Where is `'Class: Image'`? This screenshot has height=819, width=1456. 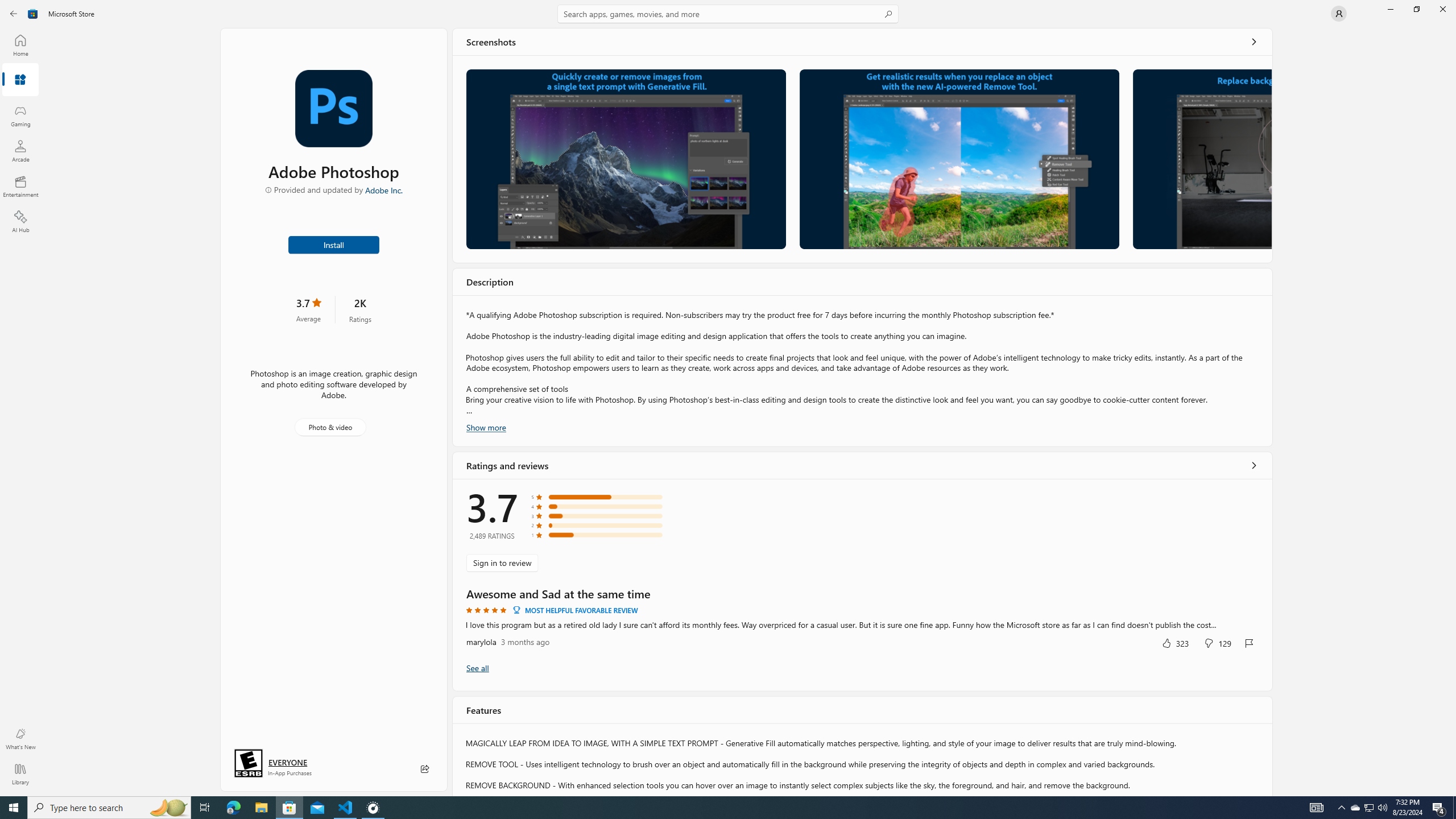 'Class: Image' is located at coordinates (32, 13).